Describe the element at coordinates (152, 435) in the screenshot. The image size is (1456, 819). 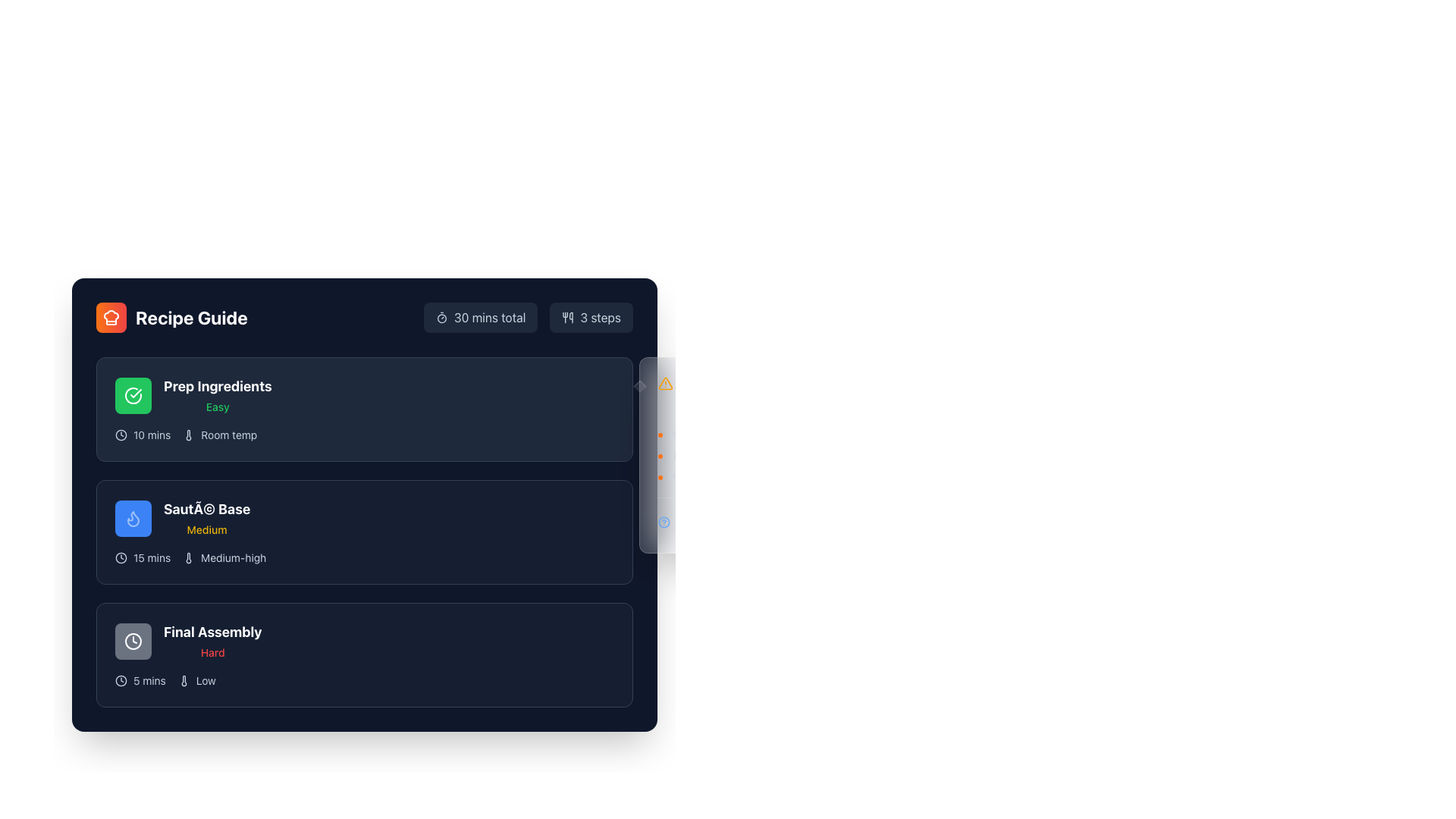
I see `the Label element displaying '10 mins' in white color, located in the 'Prep Ingredients' section, to the right of the clock icon` at that location.